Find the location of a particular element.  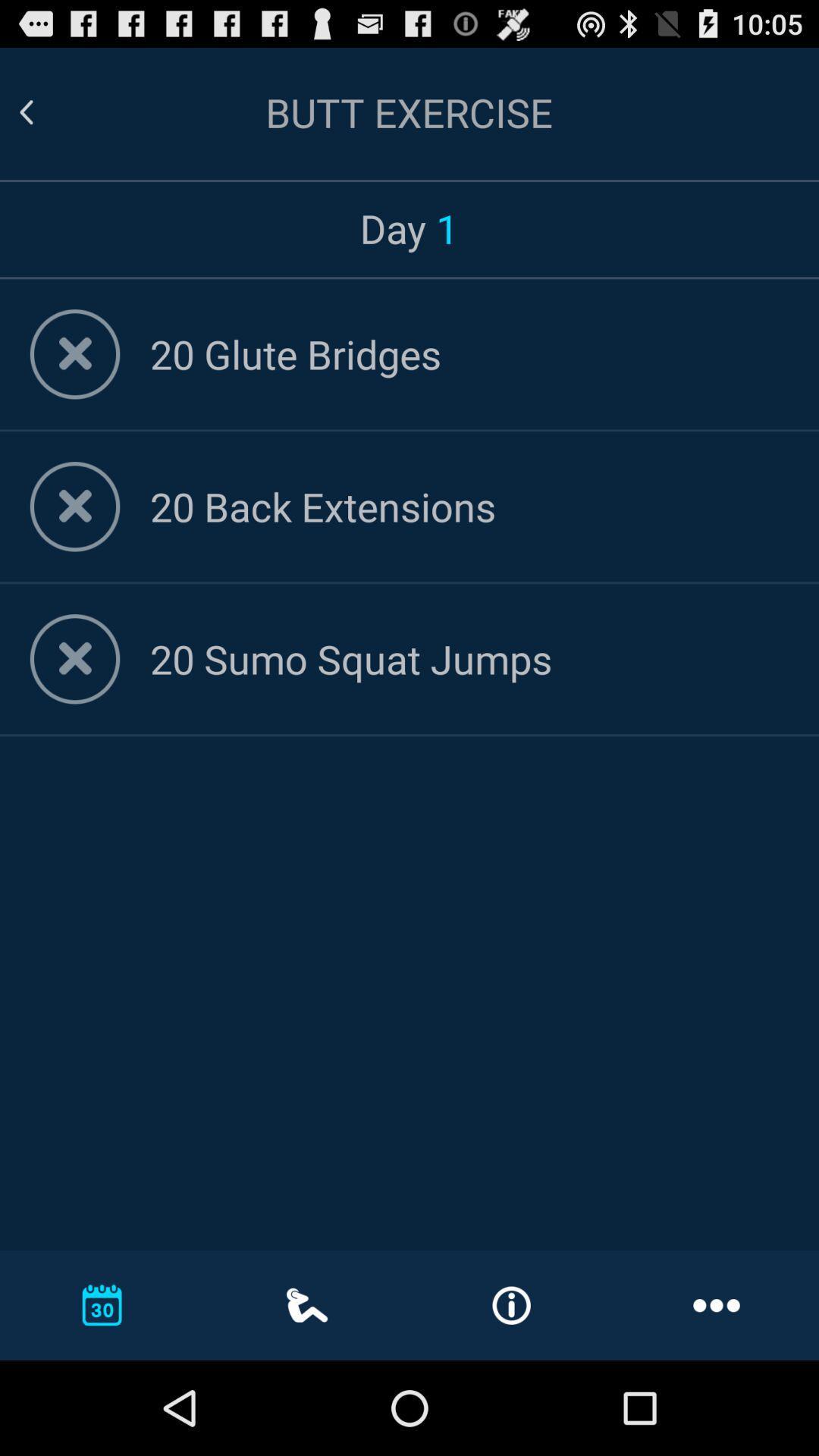

20 glute bridges item is located at coordinates (469, 353).